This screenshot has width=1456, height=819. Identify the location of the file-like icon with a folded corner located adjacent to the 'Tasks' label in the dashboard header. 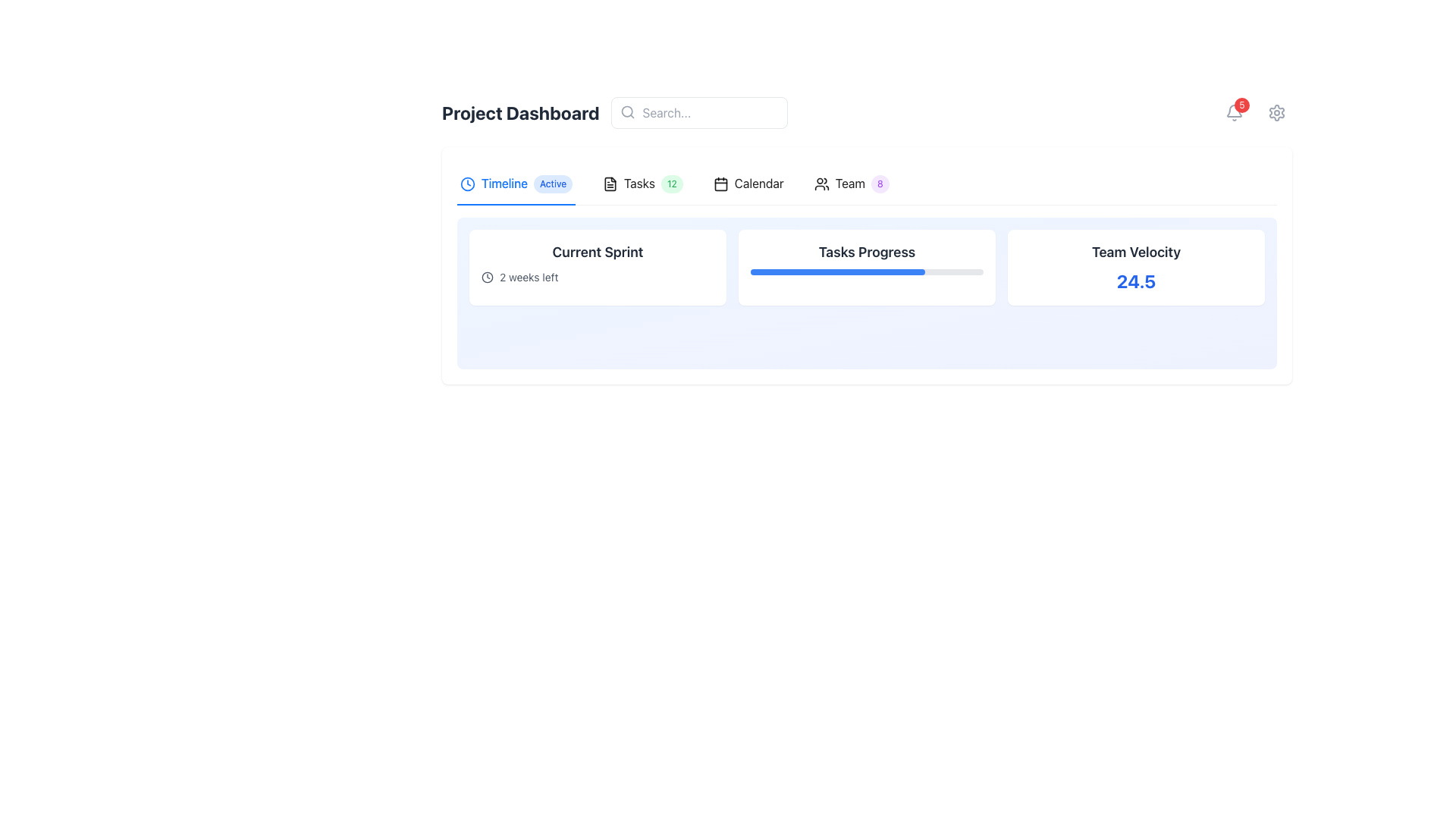
(610, 183).